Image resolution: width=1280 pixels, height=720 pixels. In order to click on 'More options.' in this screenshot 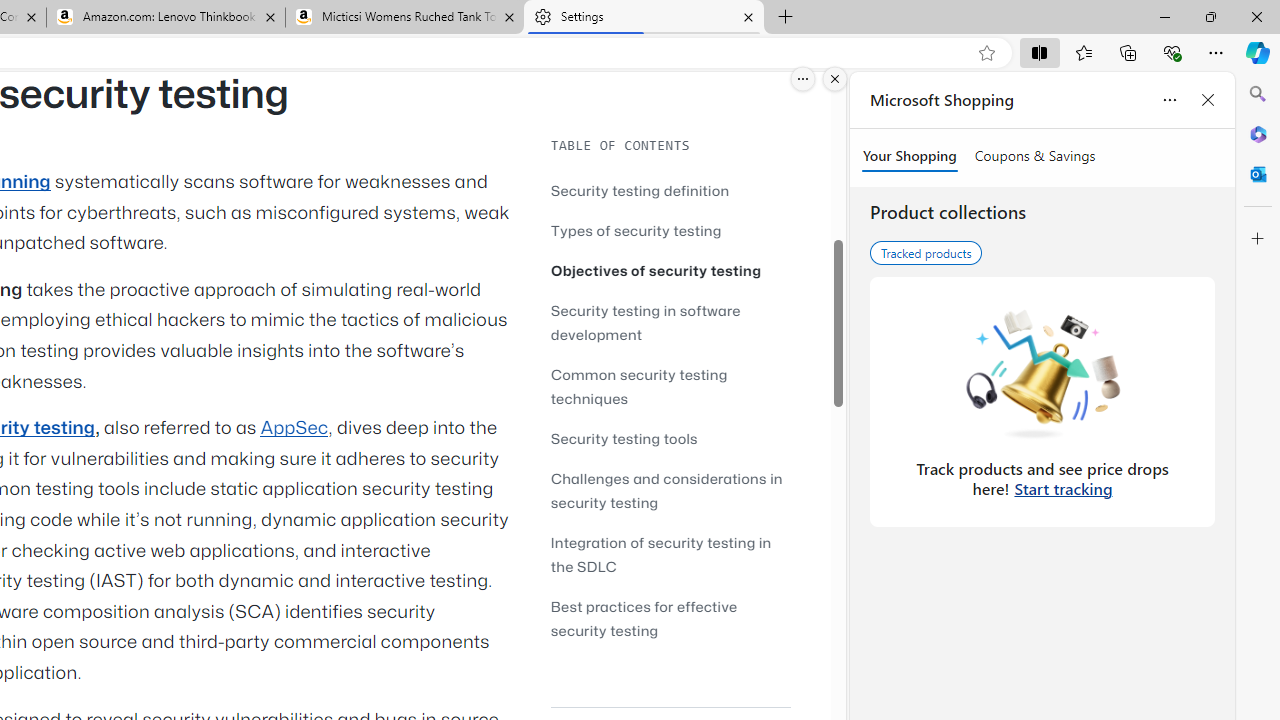, I will do `click(803, 78)`.